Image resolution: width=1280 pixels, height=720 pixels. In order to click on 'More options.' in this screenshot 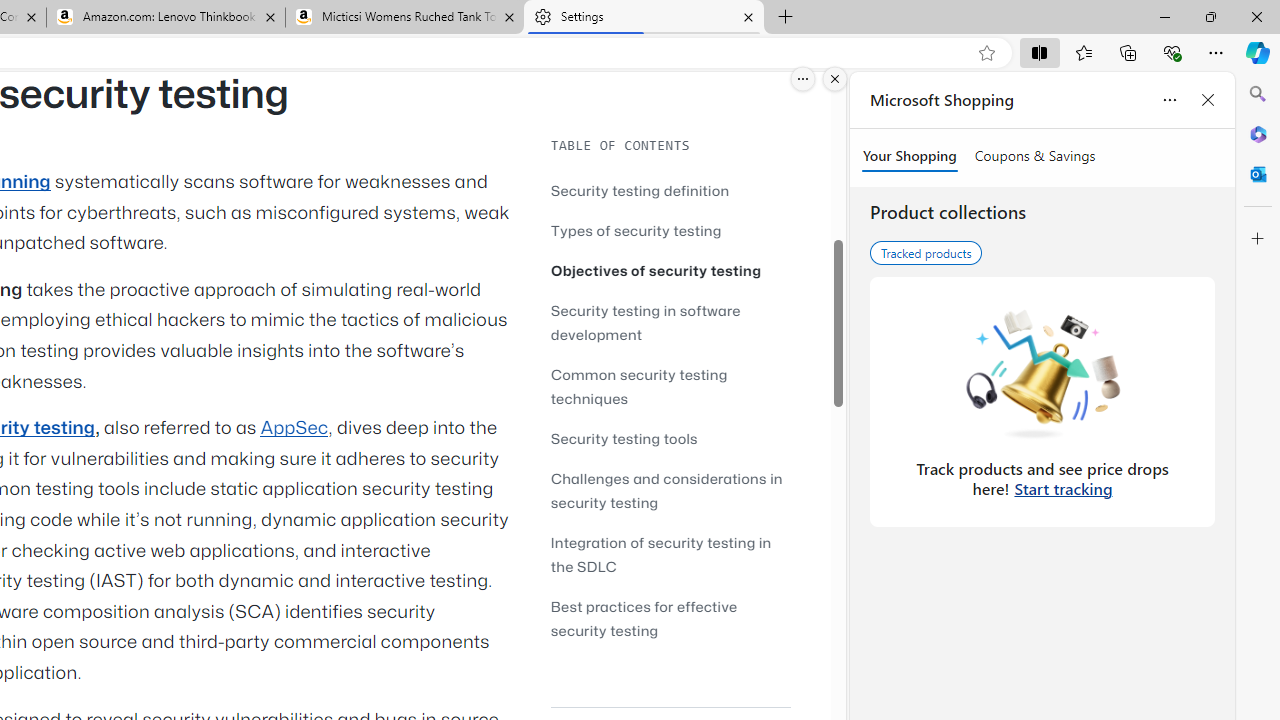, I will do `click(803, 78)`.